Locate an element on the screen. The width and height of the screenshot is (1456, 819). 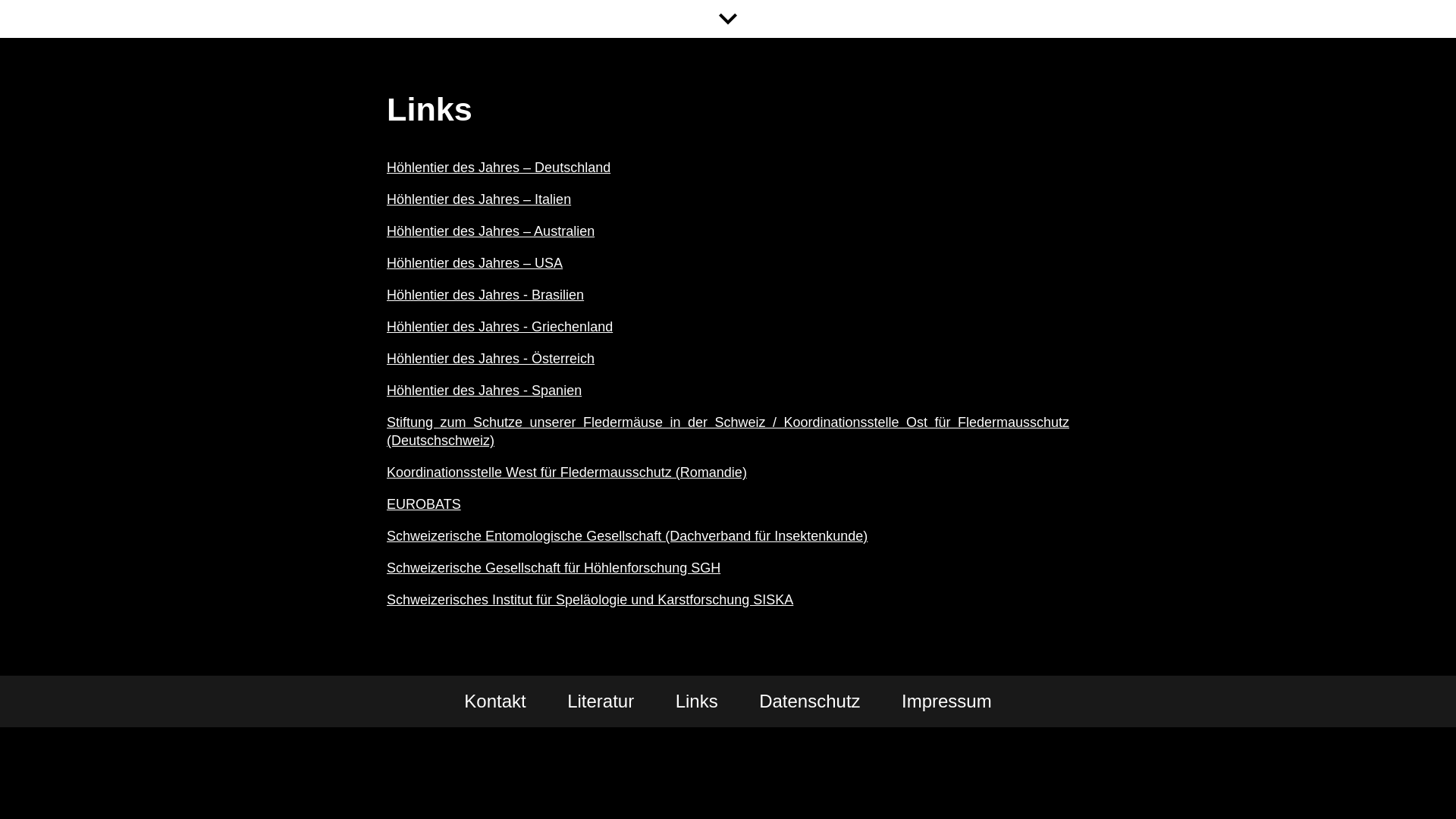
'Literatur' is located at coordinates (600, 701).